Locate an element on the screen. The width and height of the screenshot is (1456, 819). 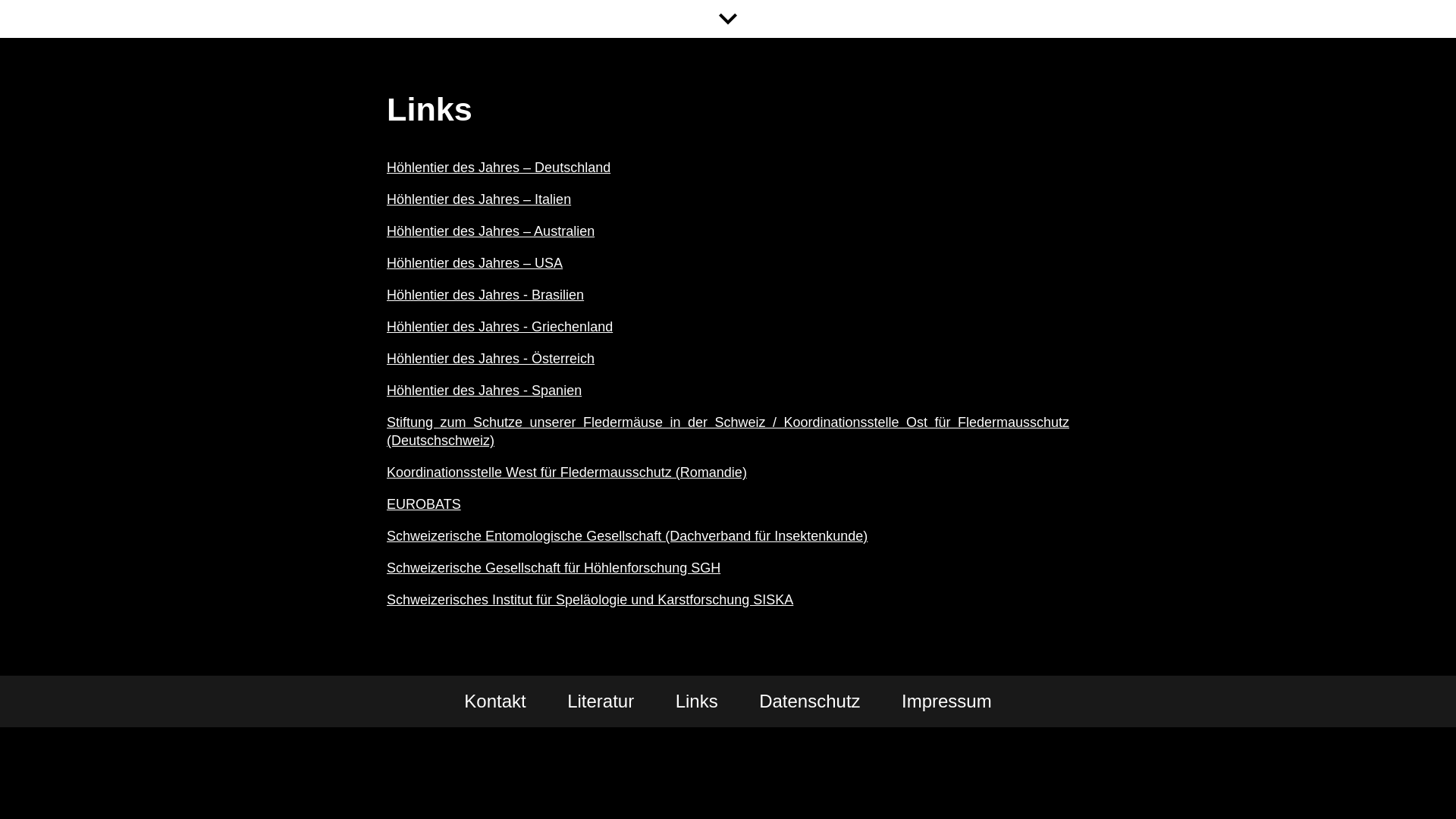
'Literatur' is located at coordinates (600, 701).